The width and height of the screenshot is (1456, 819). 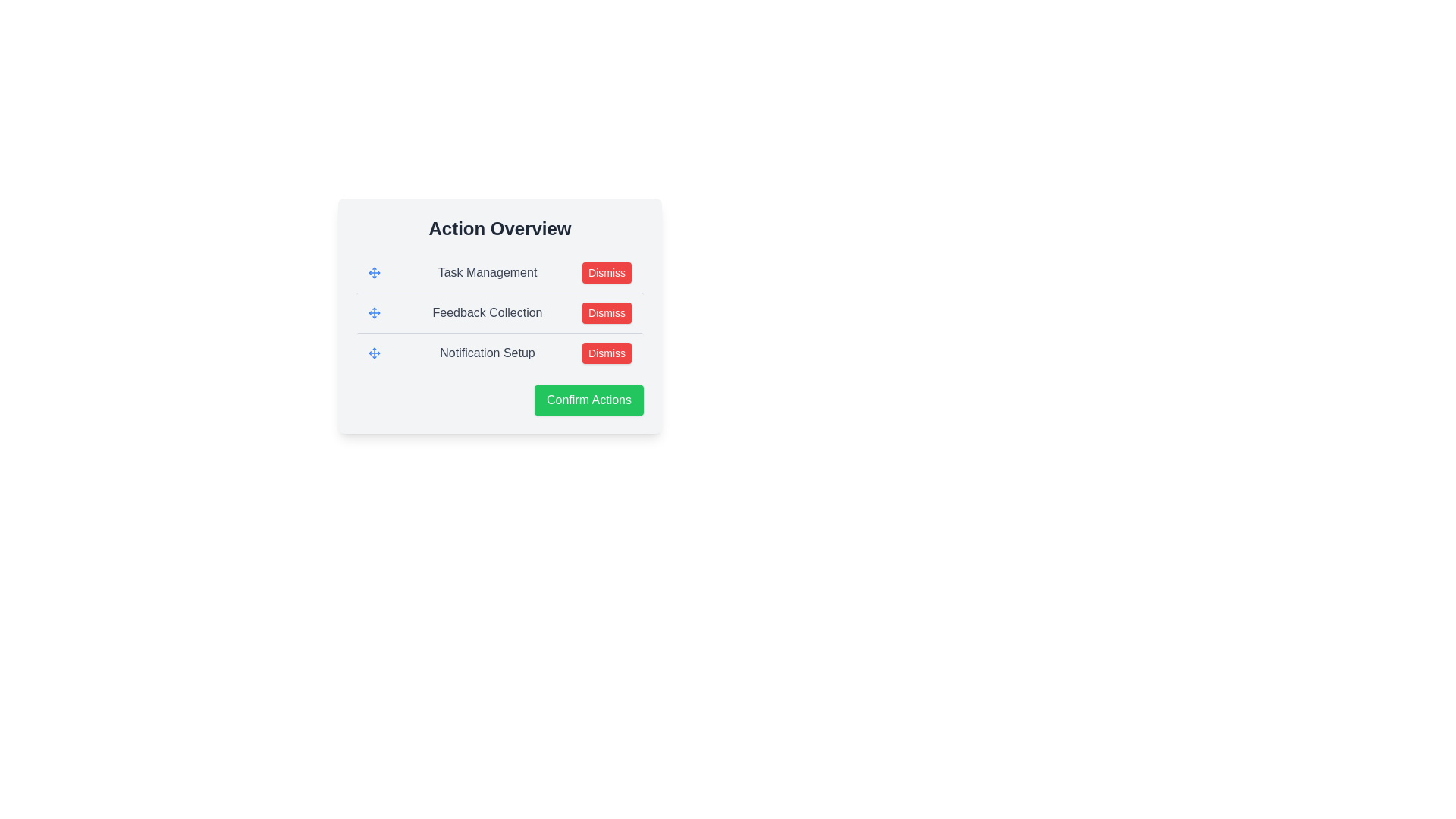 What do you see at coordinates (500, 353) in the screenshot?
I see `the third notification setting in the 'Action Overview' list for potential drag-and-drop functionality` at bounding box center [500, 353].